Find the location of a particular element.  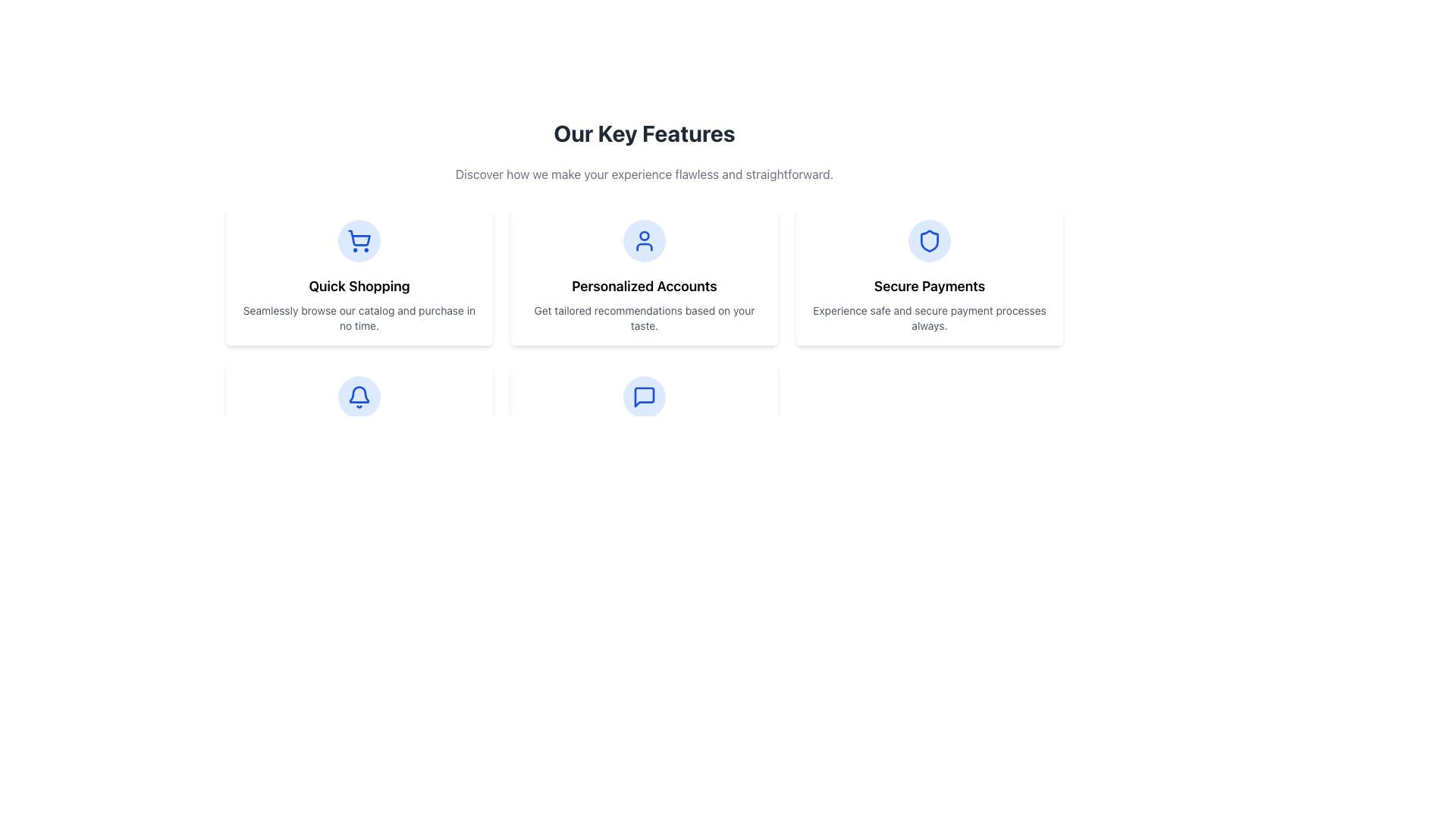

text content displayed in the Text element that shows the phrase 'Experience safe and secure payment processes always.' located below the 'Secure Payments' header within a white rectangular card is located at coordinates (928, 318).